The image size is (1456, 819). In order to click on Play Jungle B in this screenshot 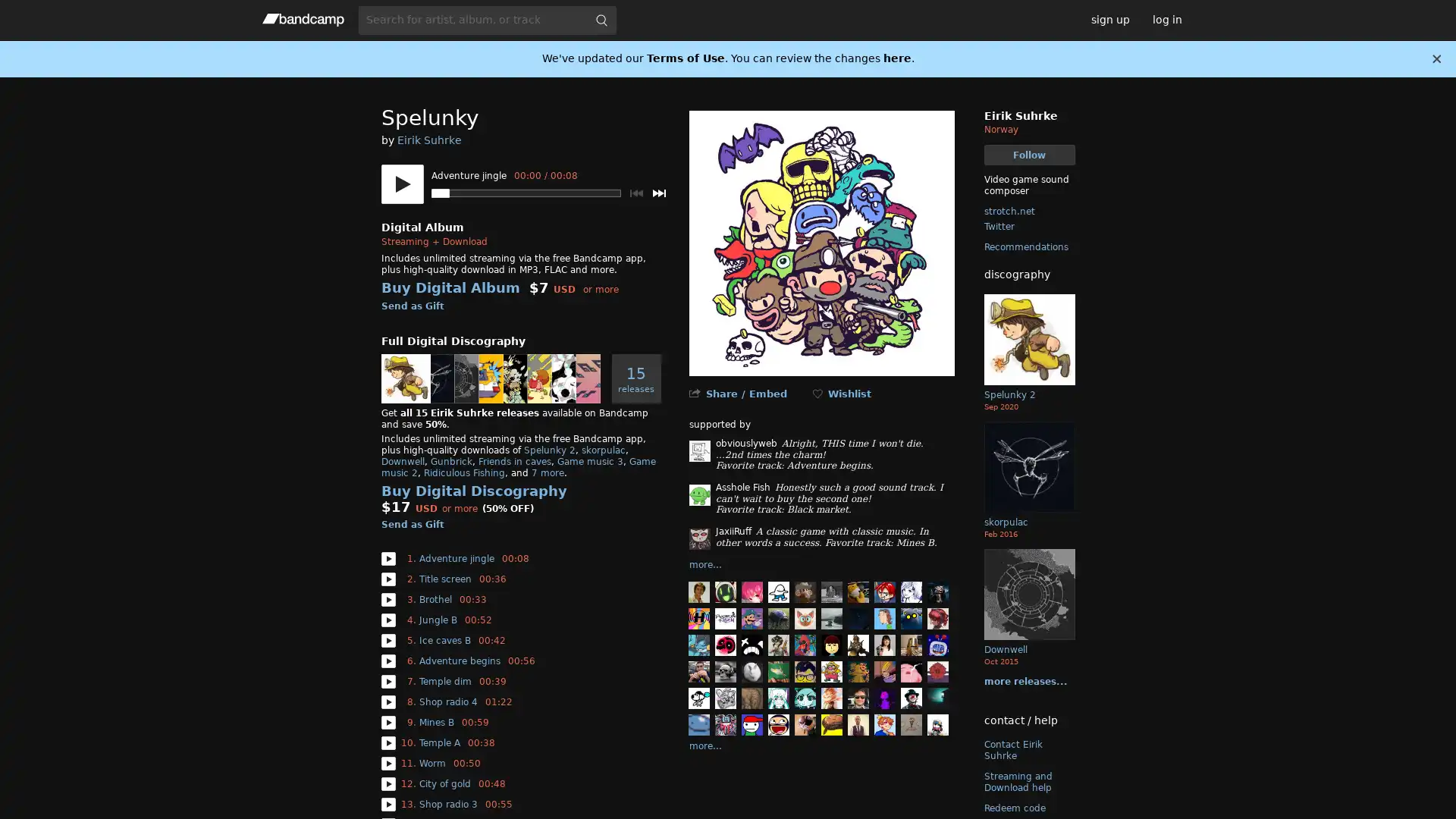, I will do `click(388, 620)`.